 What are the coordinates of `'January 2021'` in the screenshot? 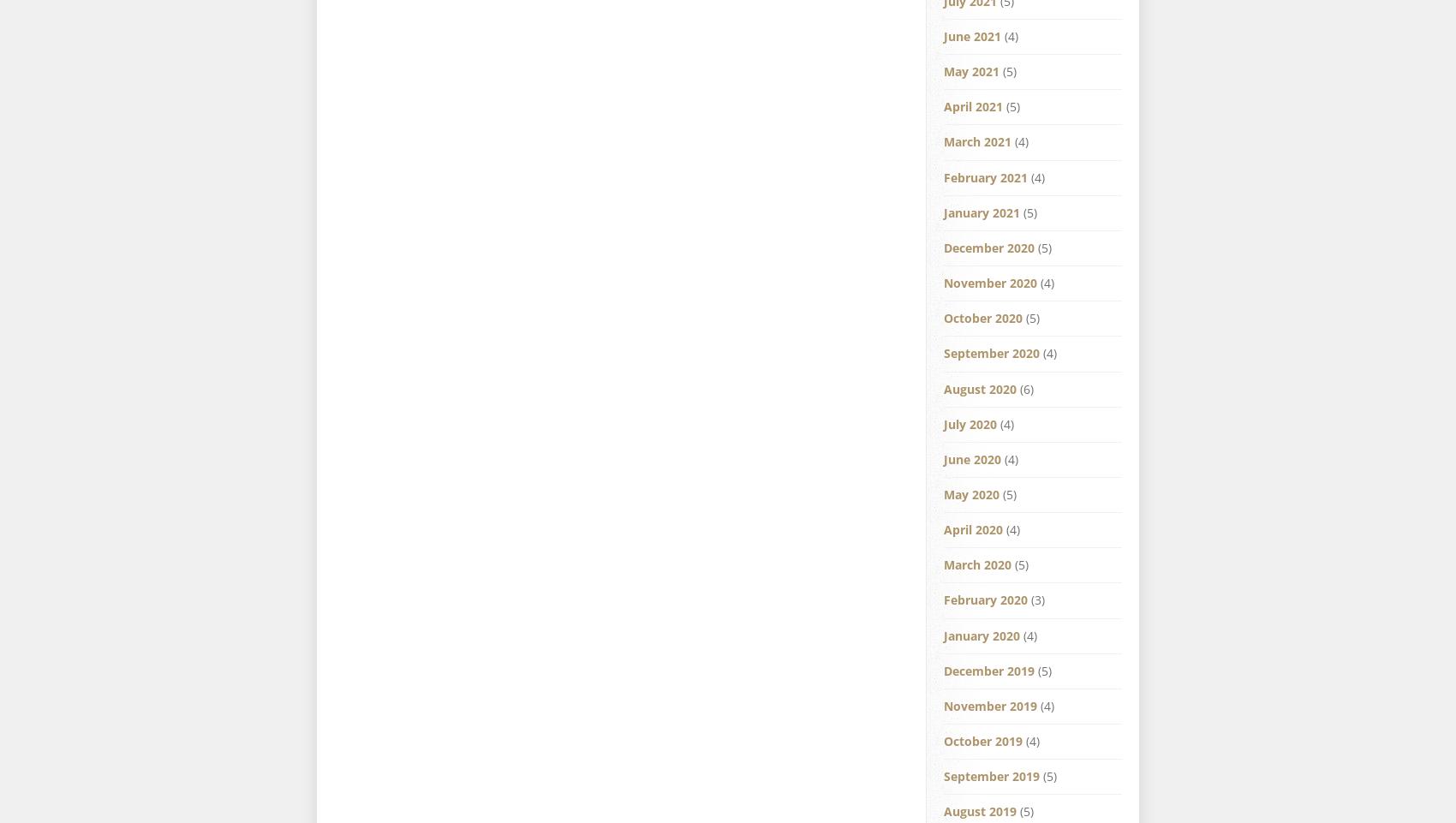 It's located at (943, 211).